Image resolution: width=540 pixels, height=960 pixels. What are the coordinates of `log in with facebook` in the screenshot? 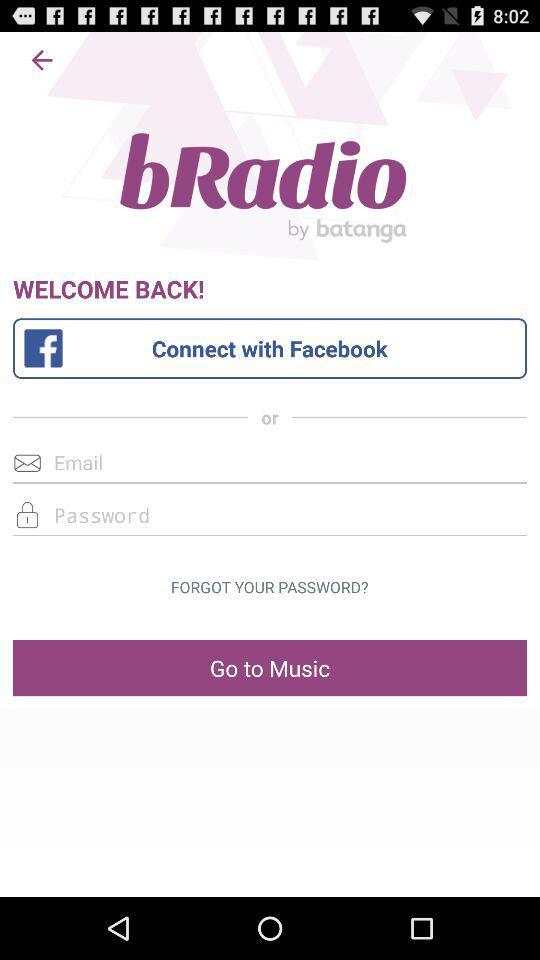 It's located at (270, 348).